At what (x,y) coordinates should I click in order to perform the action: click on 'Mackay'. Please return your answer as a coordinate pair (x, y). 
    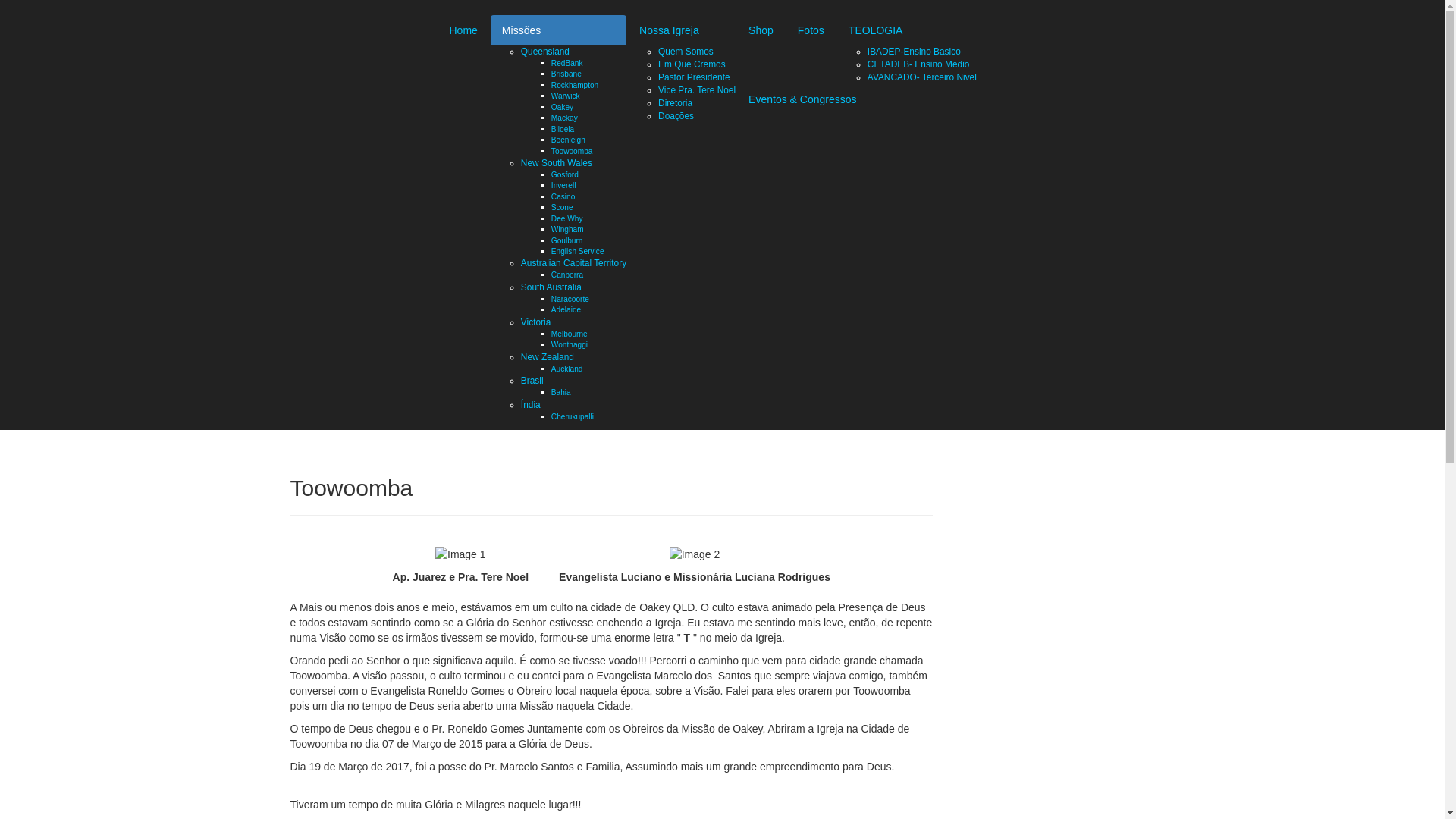
    Looking at the image, I should click on (563, 117).